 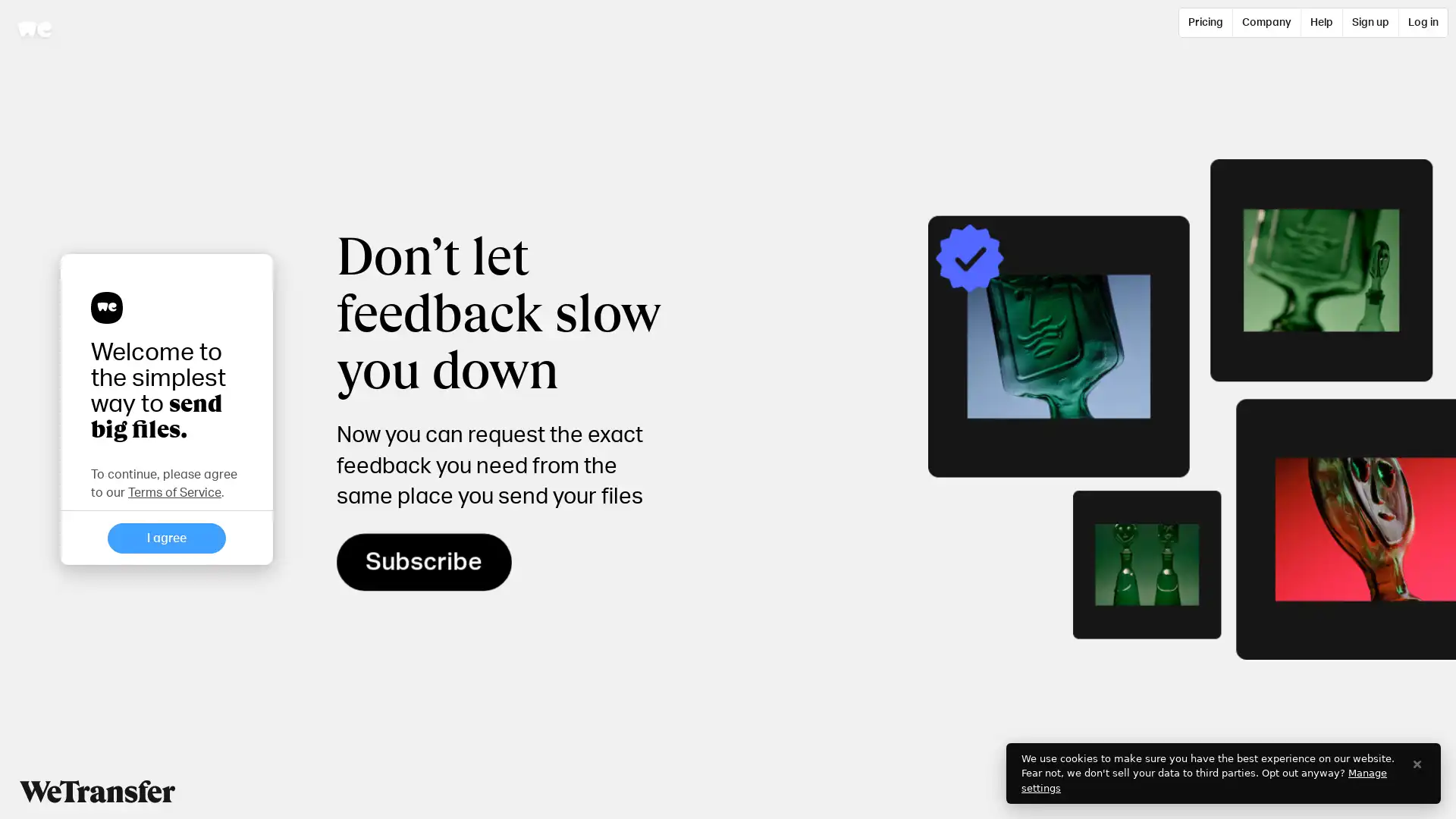 I want to click on I agree, so click(x=167, y=537).